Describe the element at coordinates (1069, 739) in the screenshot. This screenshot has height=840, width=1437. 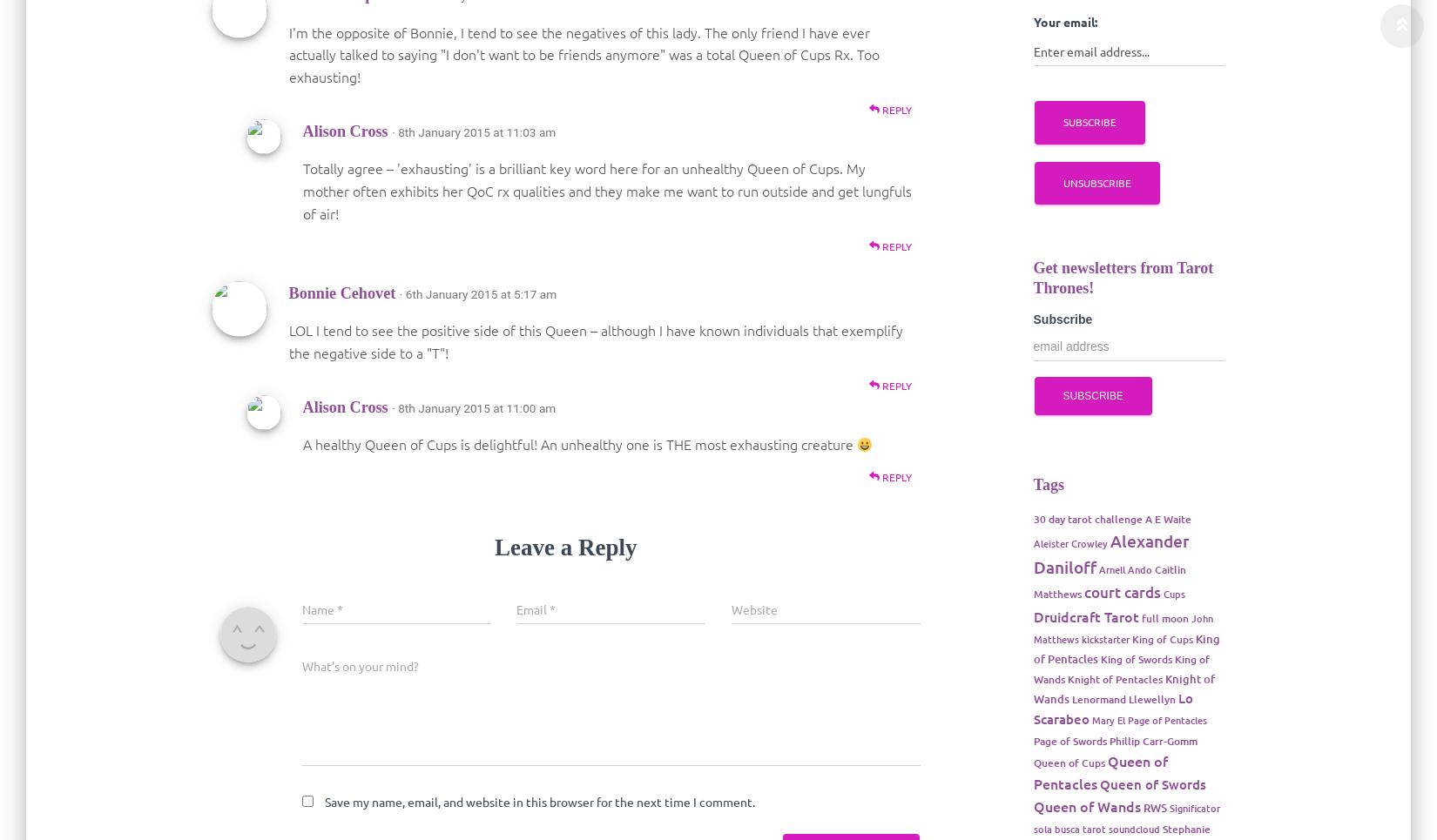
I see `'Page of Swords'` at that location.